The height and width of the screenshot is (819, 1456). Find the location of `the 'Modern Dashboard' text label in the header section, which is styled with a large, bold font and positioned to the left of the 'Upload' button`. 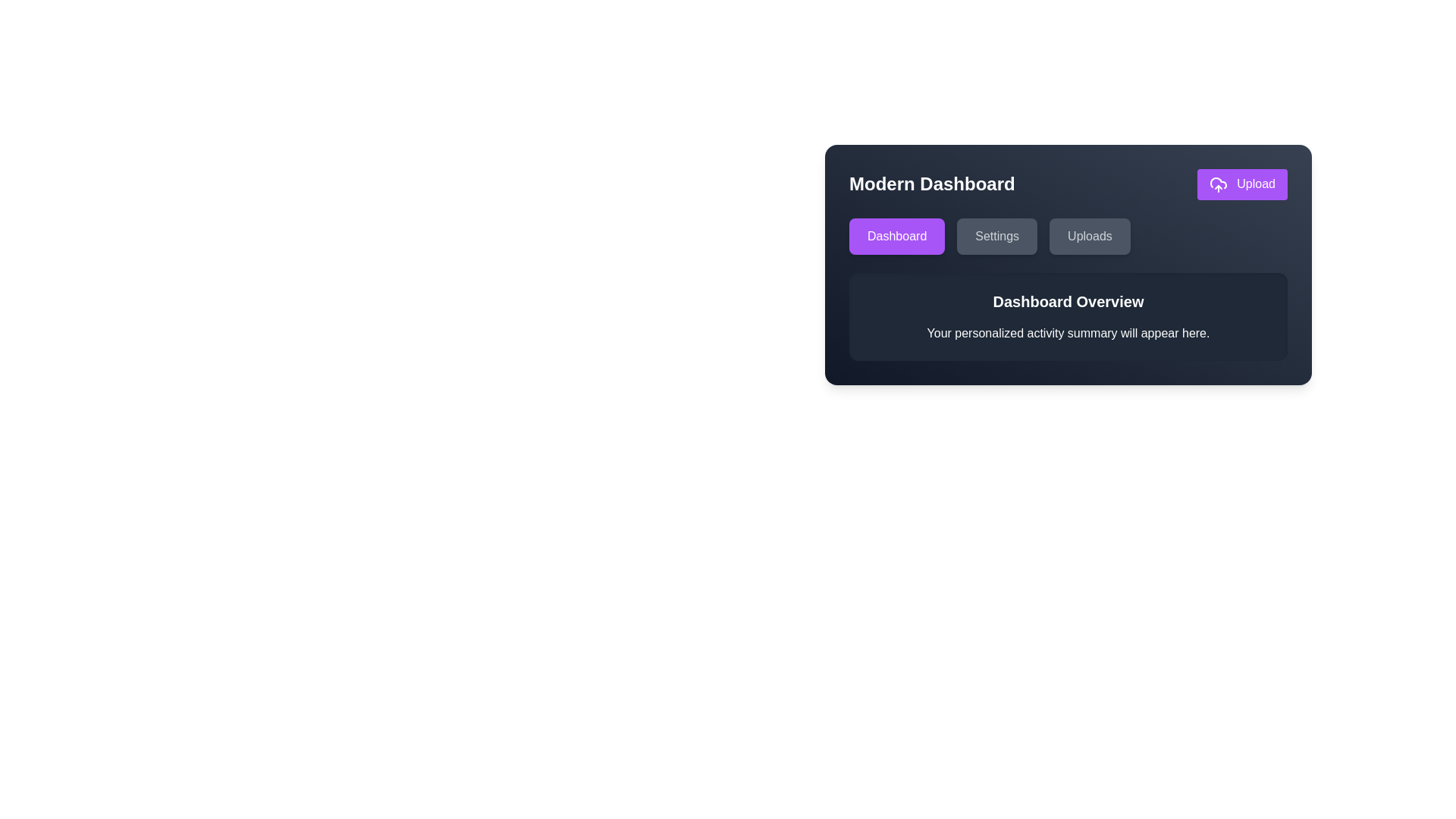

the 'Modern Dashboard' text label in the header section, which is styled with a large, bold font and positioned to the left of the 'Upload' button is located at coordinates (931, 184).